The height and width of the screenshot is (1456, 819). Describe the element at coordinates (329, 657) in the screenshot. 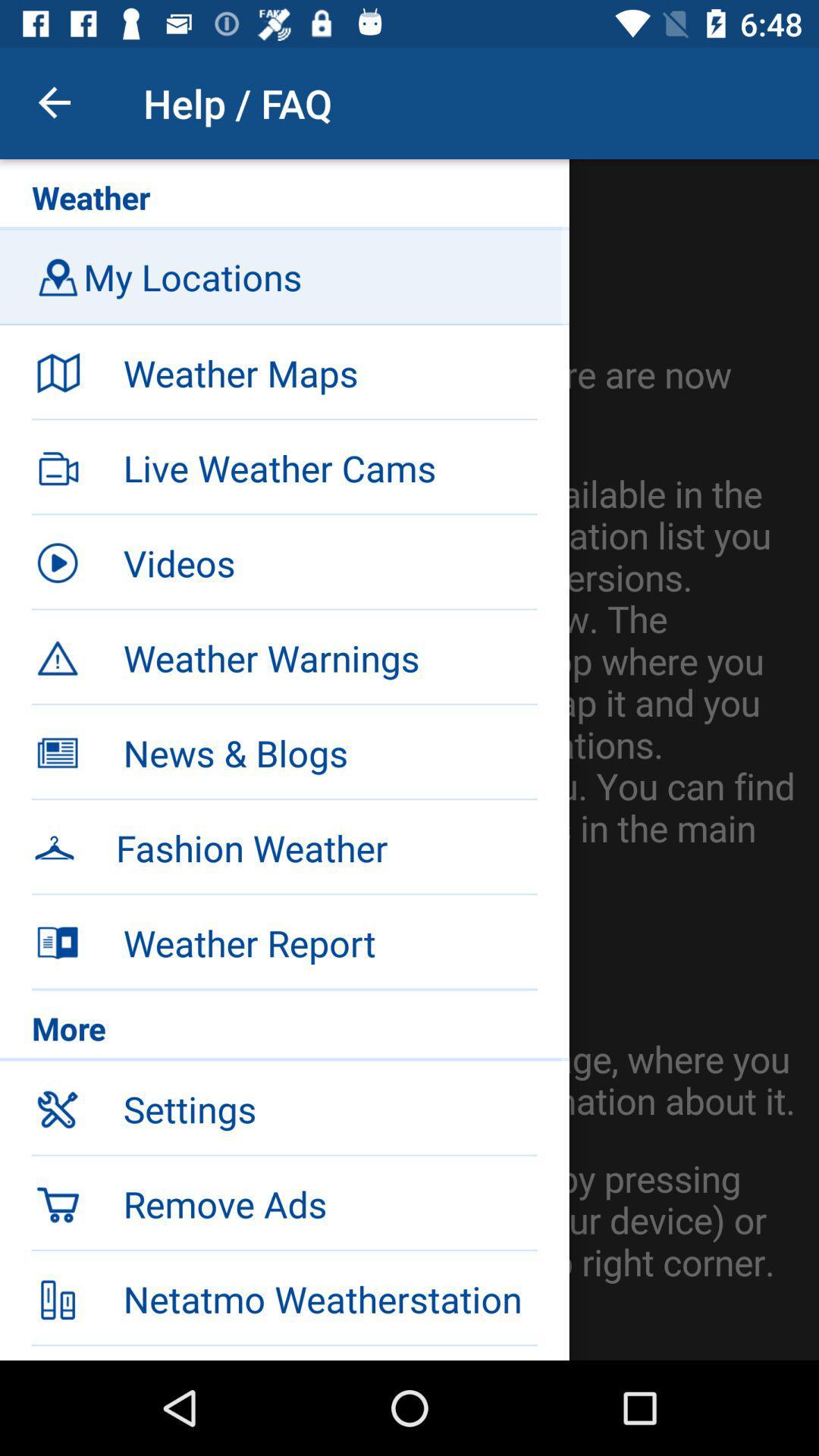

I see `the weather warnings` at that location.